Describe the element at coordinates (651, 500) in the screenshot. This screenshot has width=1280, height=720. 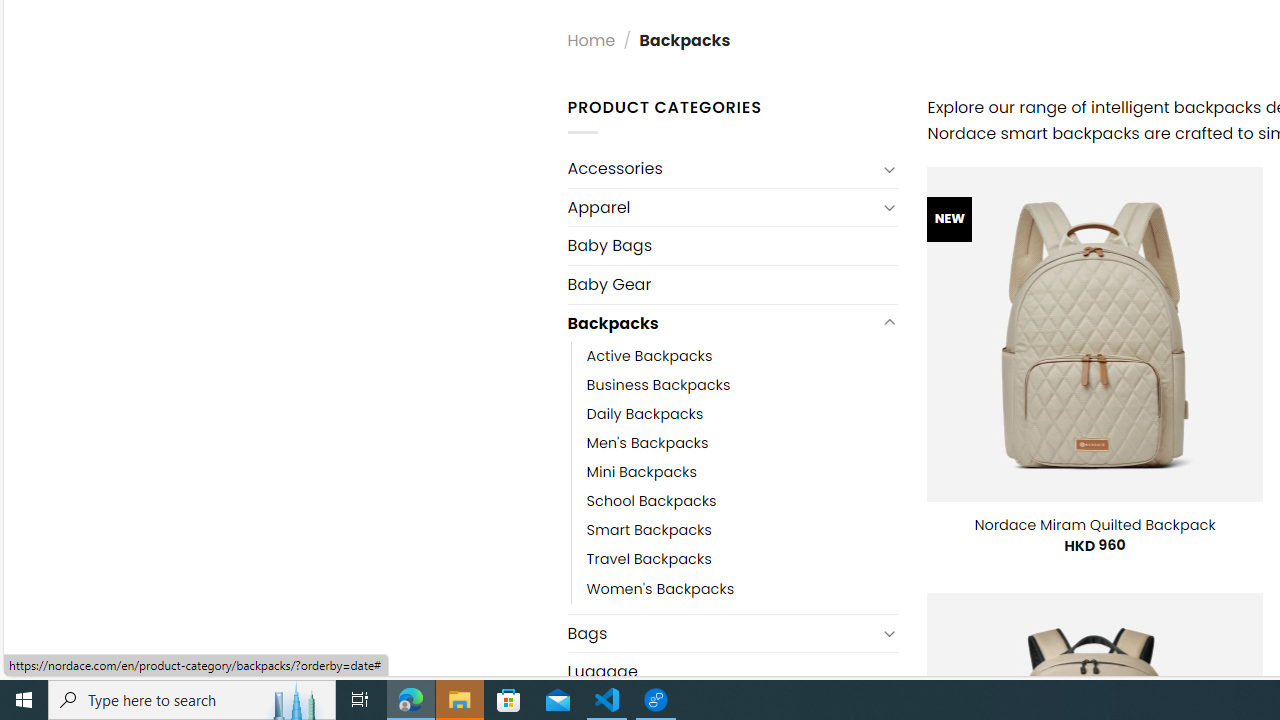
I see `'School Backpacks'` at that location.